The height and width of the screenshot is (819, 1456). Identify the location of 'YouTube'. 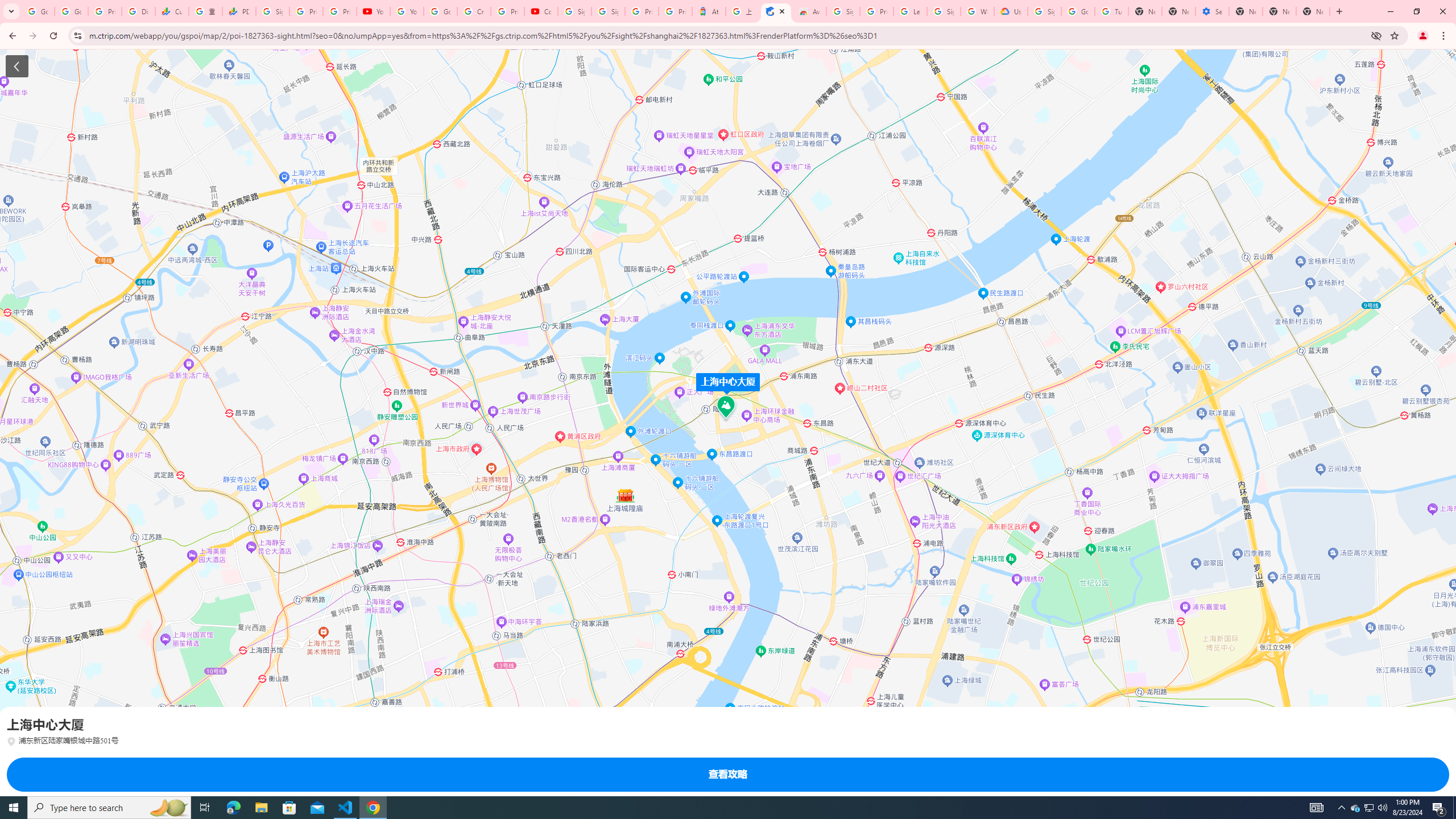
(406, 11).